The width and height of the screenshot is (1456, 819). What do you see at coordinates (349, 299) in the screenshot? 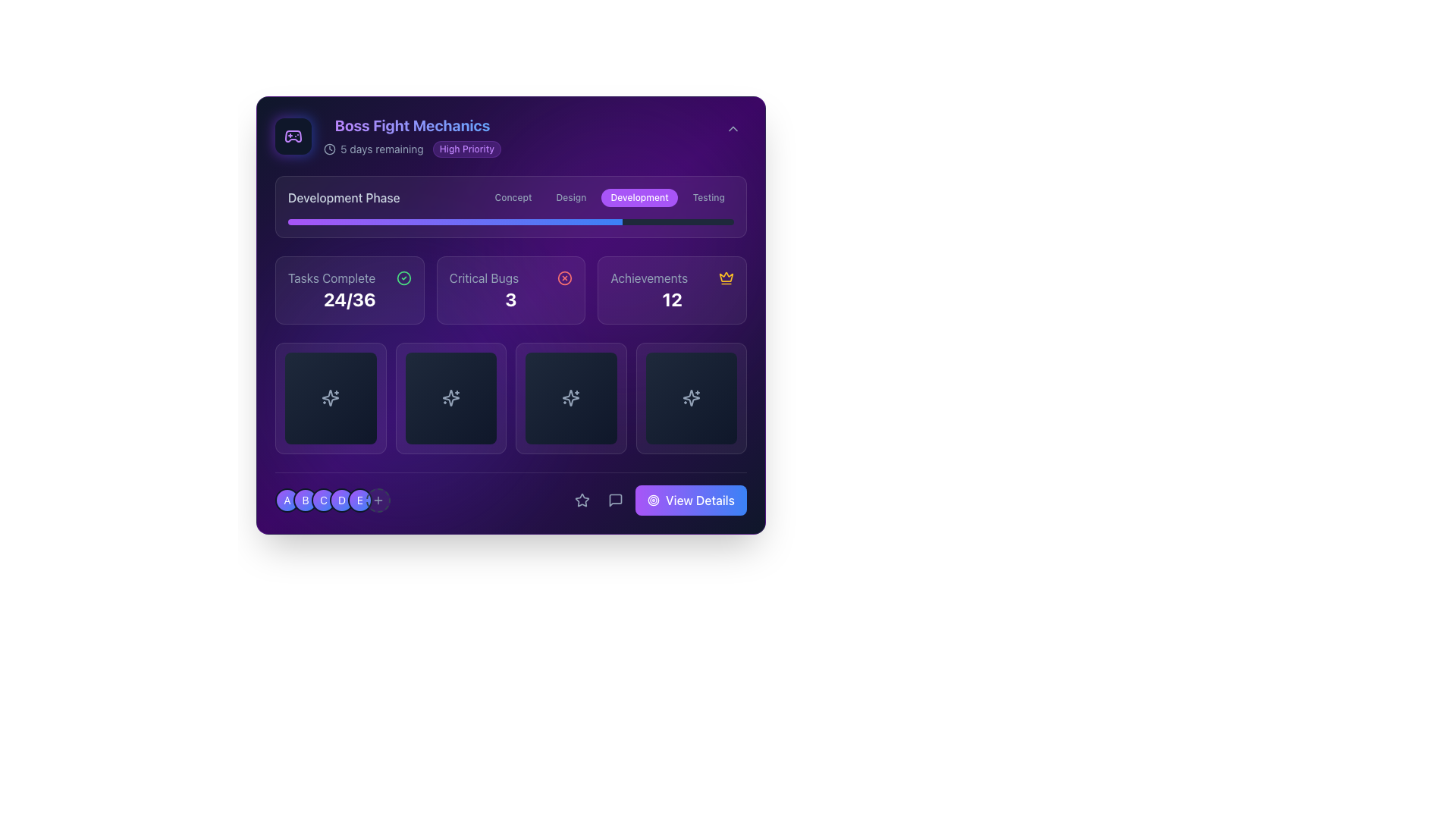
I see `the bold numeric text label '24/36', which is styled in white and changes color on hover, located directly below 'Tasks Complete' in the information panel` at bounding box center [349, 299].